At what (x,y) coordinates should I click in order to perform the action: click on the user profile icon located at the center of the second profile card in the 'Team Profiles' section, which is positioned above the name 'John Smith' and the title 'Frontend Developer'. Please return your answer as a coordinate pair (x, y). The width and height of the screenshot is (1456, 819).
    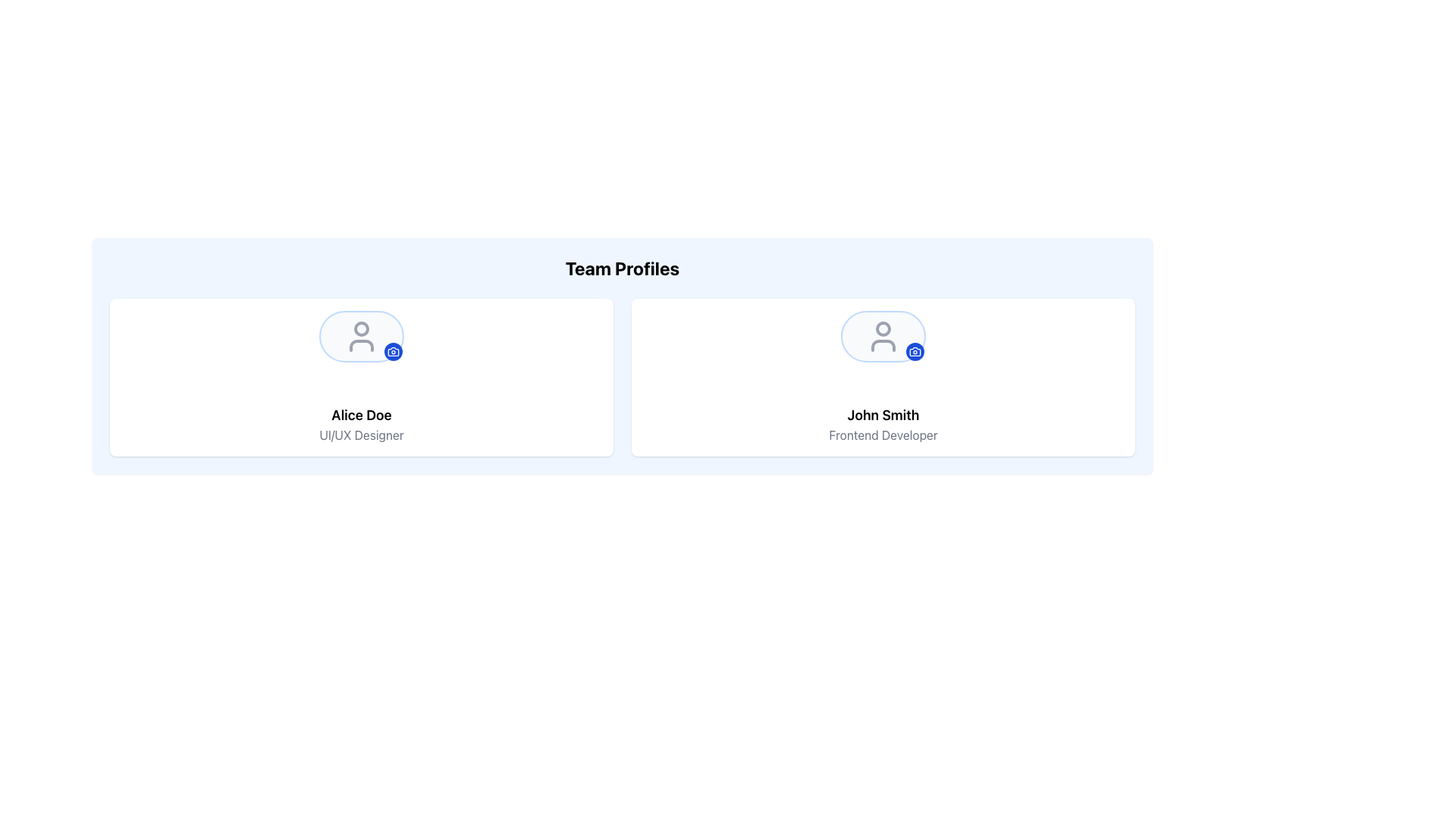
    Looking at the image, I should click on (883, 335).